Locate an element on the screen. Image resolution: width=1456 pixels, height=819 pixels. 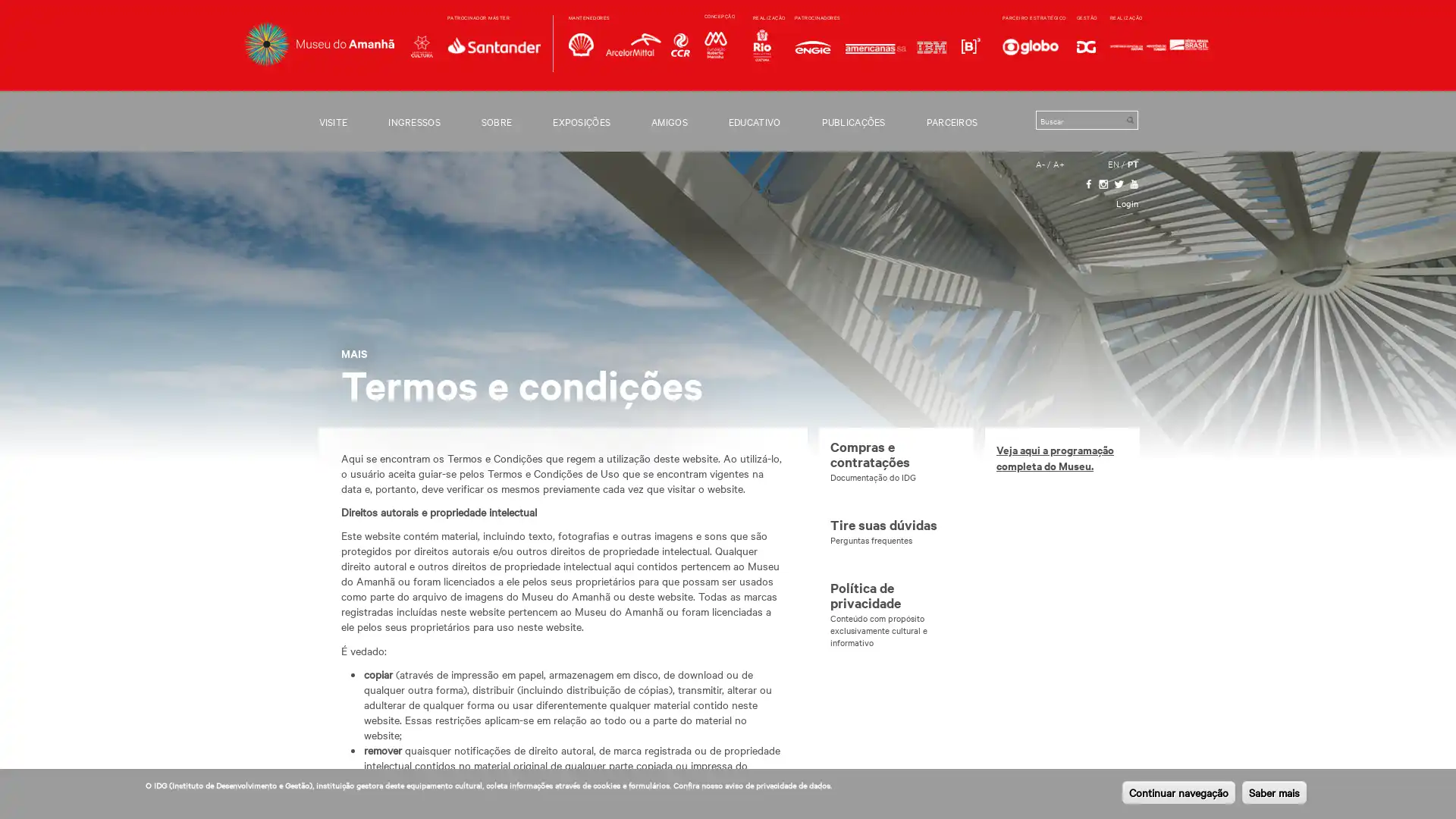
Continuar navegacao is located at coordinates (1178, 792).